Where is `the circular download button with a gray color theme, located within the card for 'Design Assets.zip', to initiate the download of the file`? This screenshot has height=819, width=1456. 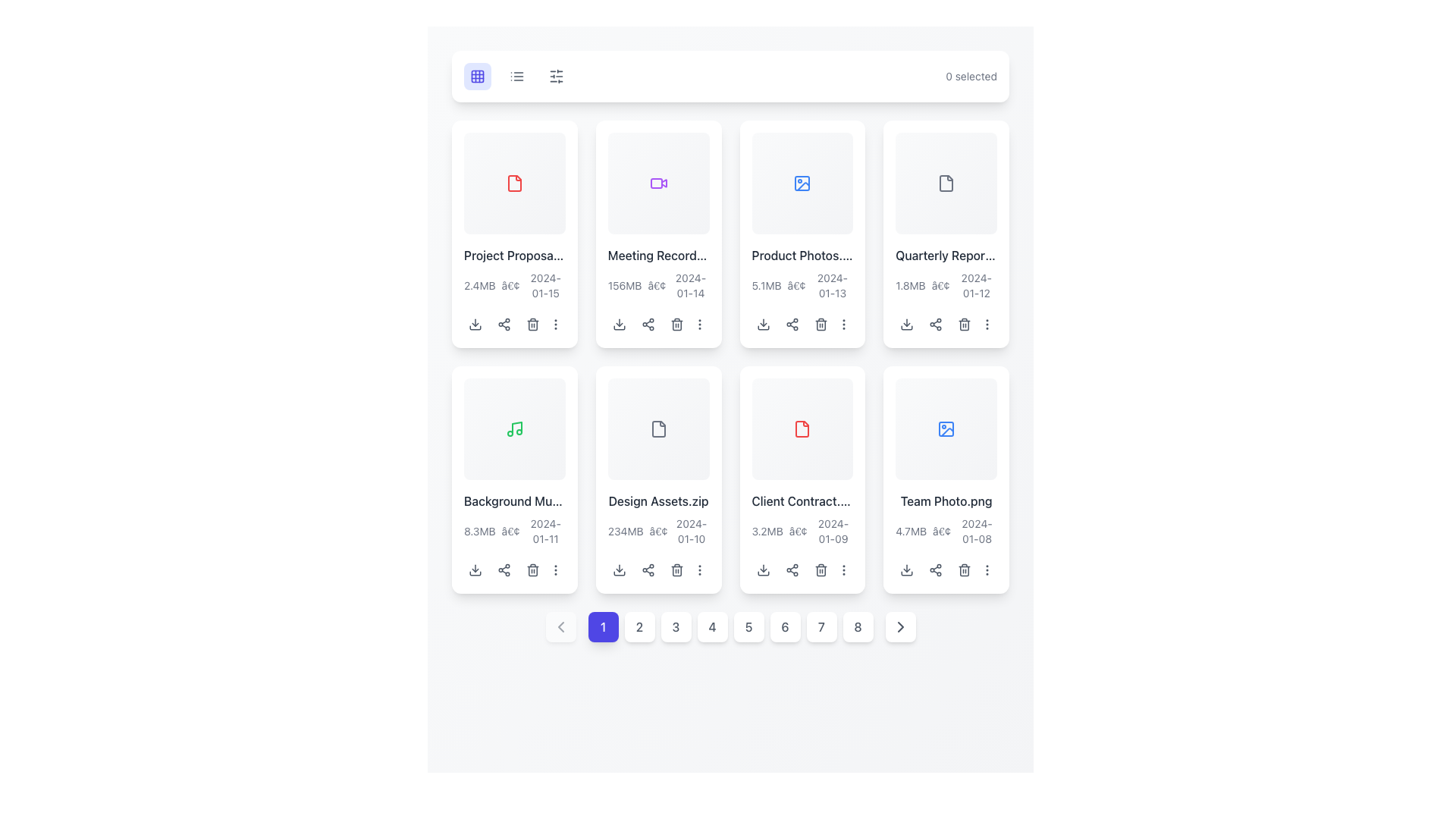
the circular download button with a gray color theme, located within the card for 'Design Assets.zip', to initiate the download of the file is located at coordinates (619, 570).